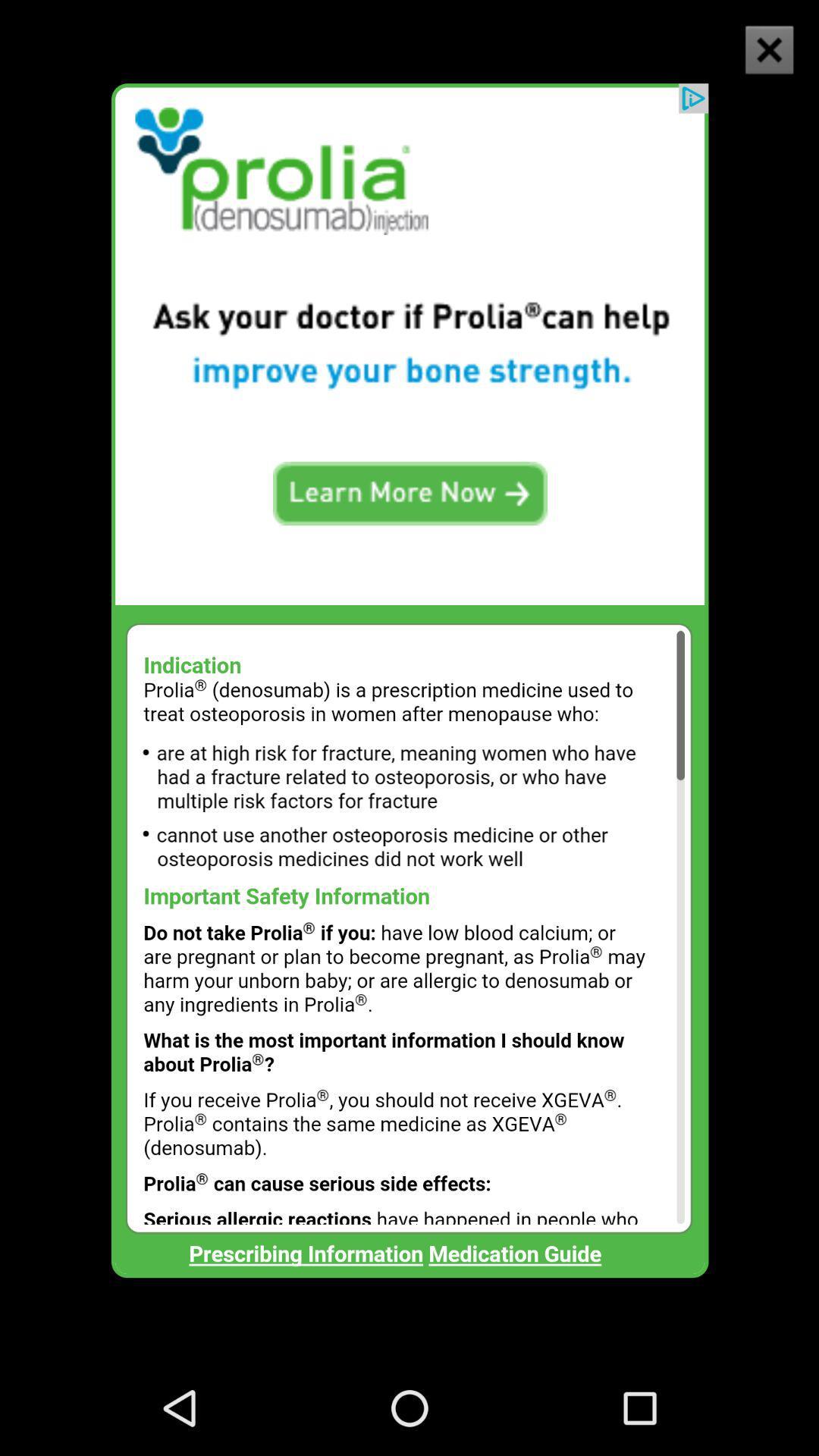 The width and height of the screenshot is (819, 1456). What do you see at coordinates (759, 63) in the screenshot?
I see `the close icon` at bounding box center [759, 63].